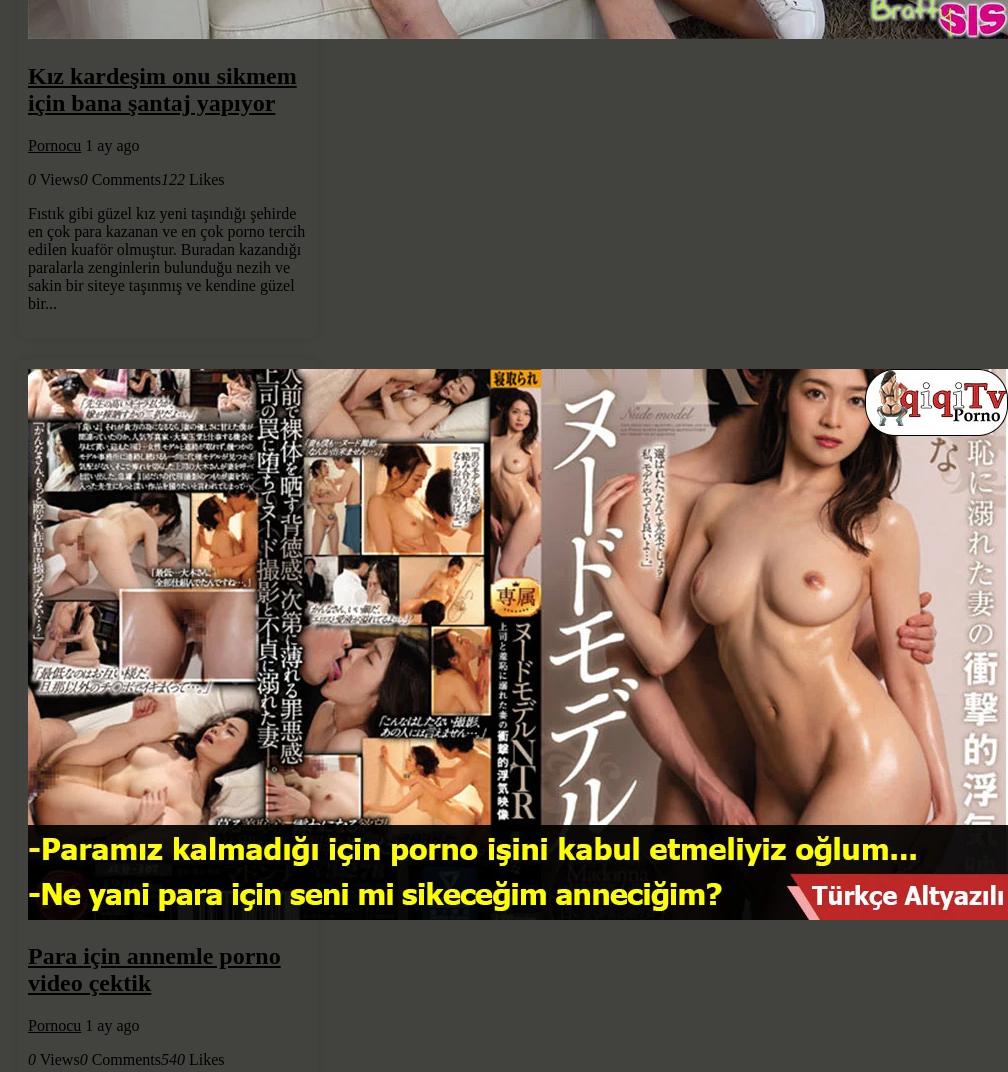 This screenshot has height=1072, width=1008. Describe the element at coordinates (154, 968) in the screenshot. I see `'Para için annemle porno video çektik'` at that location.